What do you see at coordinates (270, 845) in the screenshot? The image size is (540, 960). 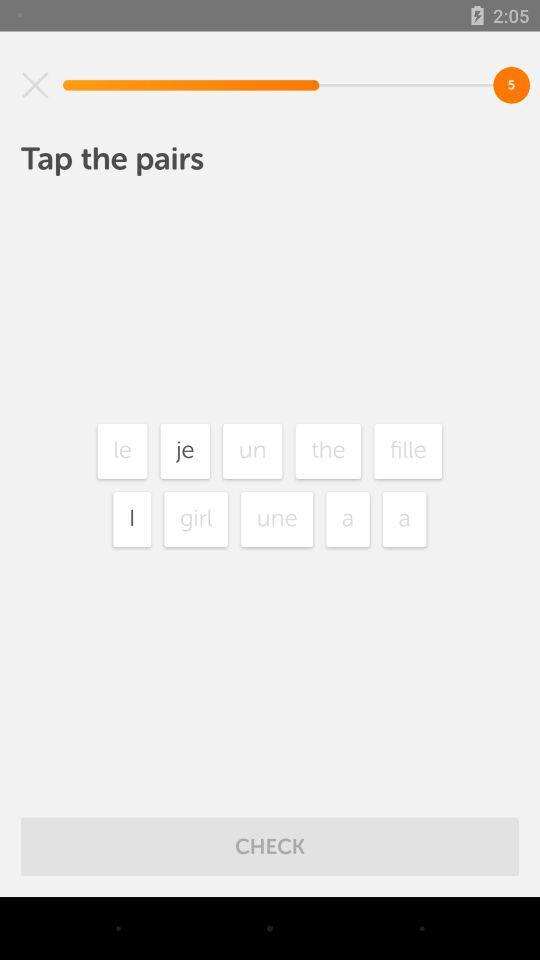 I see `the check` at bounding box center [270, 845].